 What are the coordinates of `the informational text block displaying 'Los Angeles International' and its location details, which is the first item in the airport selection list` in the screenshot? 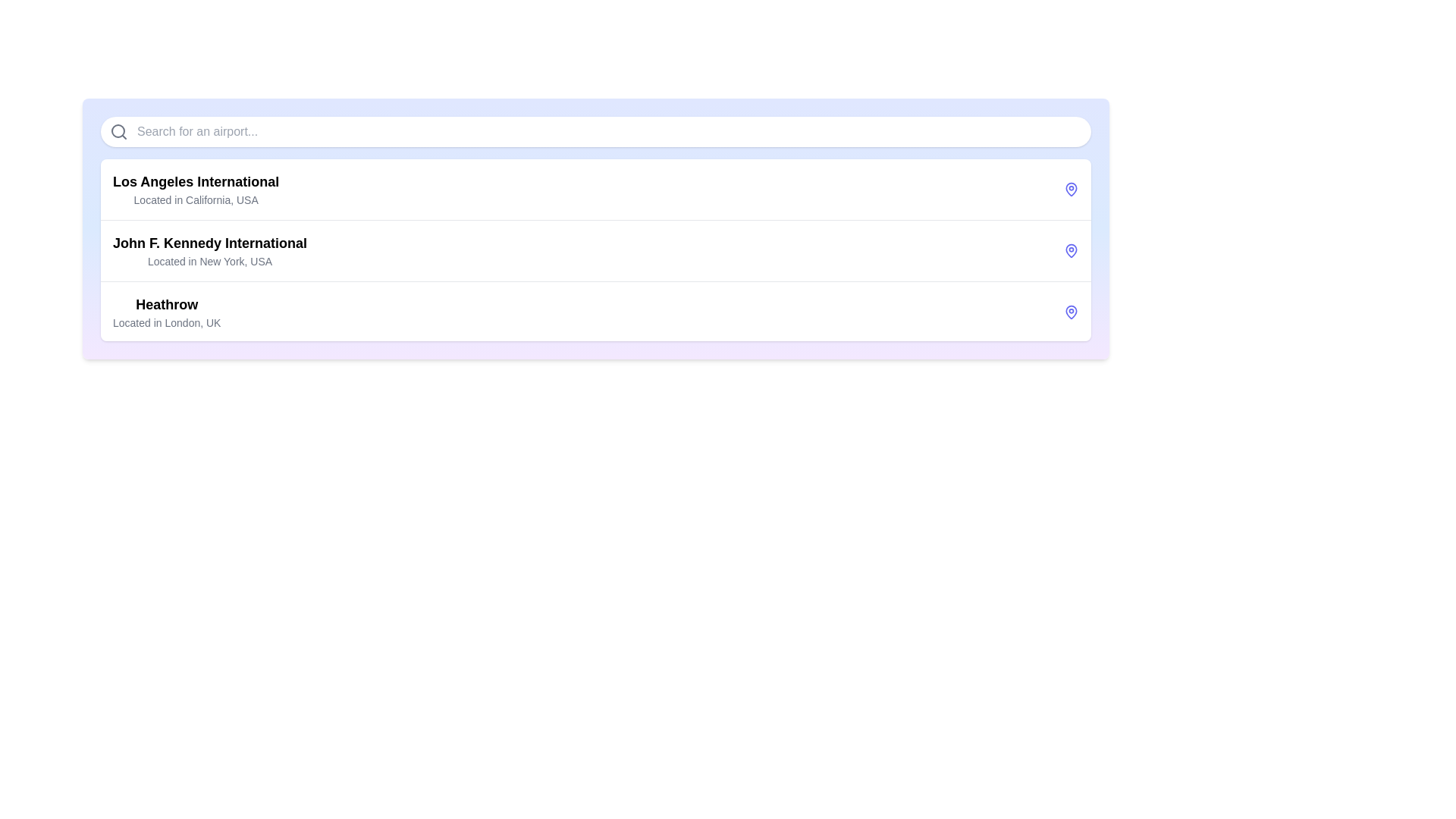 It's located at (195, 189).